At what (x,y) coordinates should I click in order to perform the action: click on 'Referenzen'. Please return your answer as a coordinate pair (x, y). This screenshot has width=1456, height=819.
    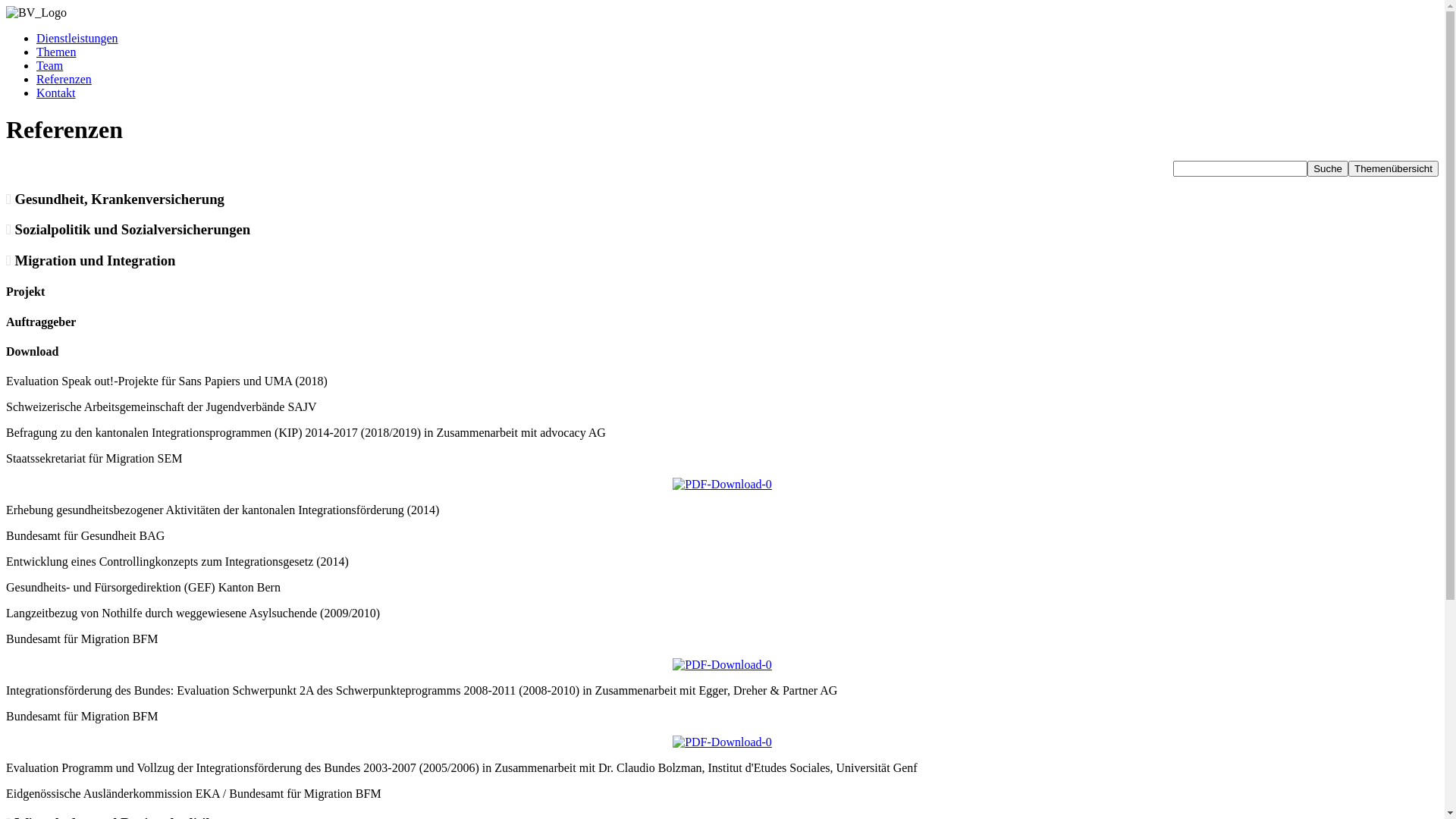
    Looking at the image, I should click on (63, 79).